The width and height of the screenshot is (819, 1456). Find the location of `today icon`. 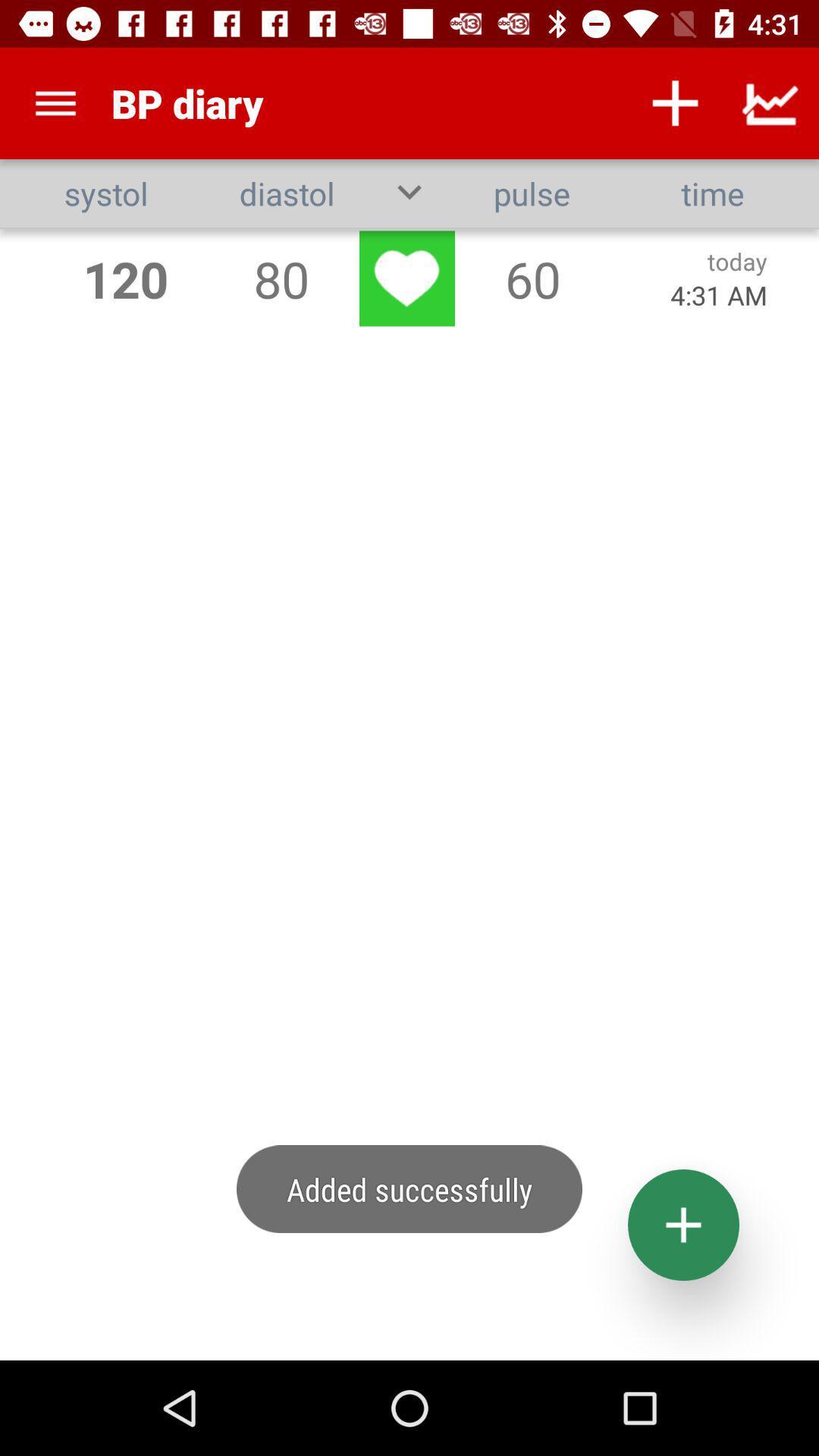

today icon is located at coordinates (736, 261).